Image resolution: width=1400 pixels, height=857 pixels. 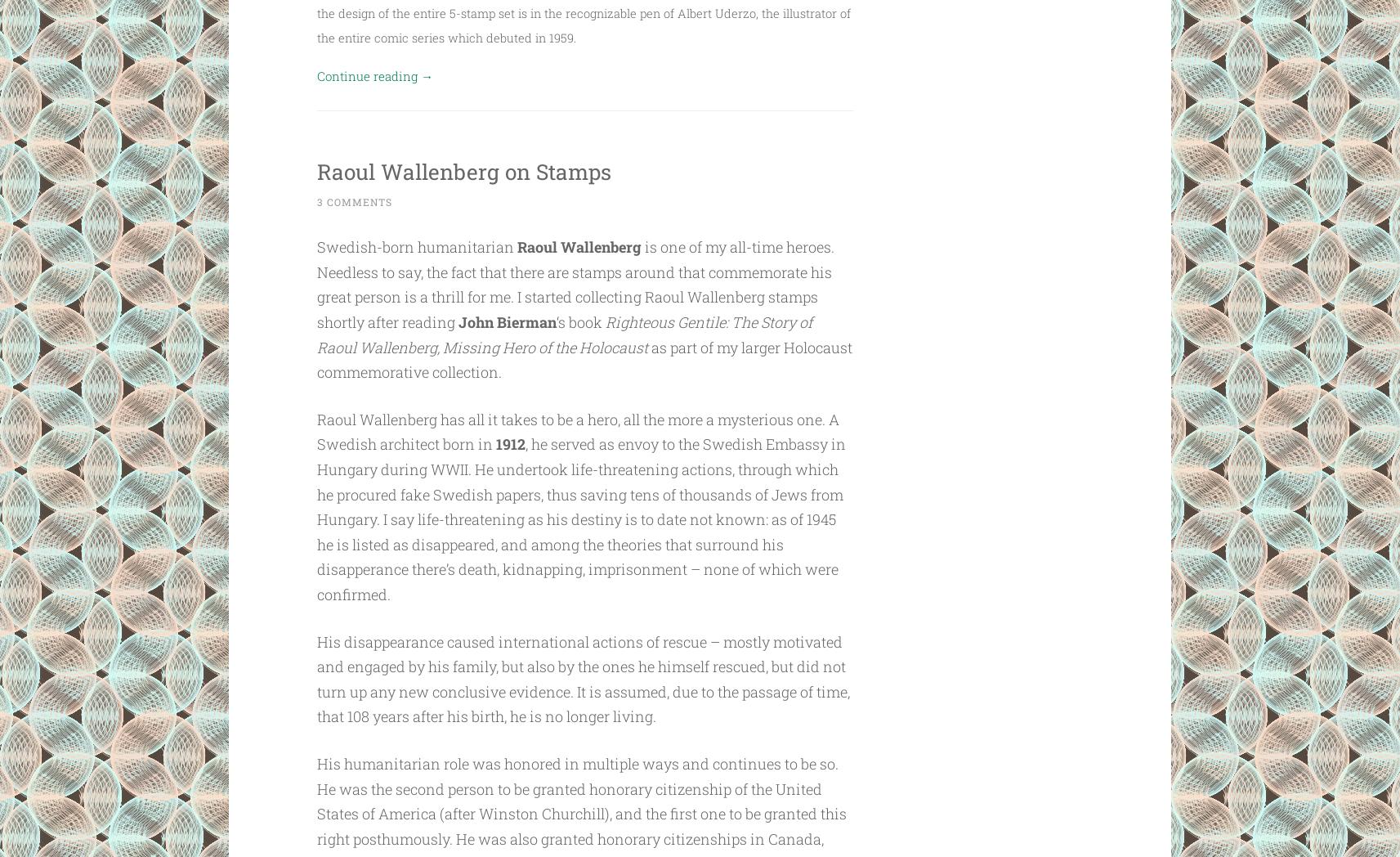 I want to click on 'Raoul Wallenberg', so click(x=580, y=246).